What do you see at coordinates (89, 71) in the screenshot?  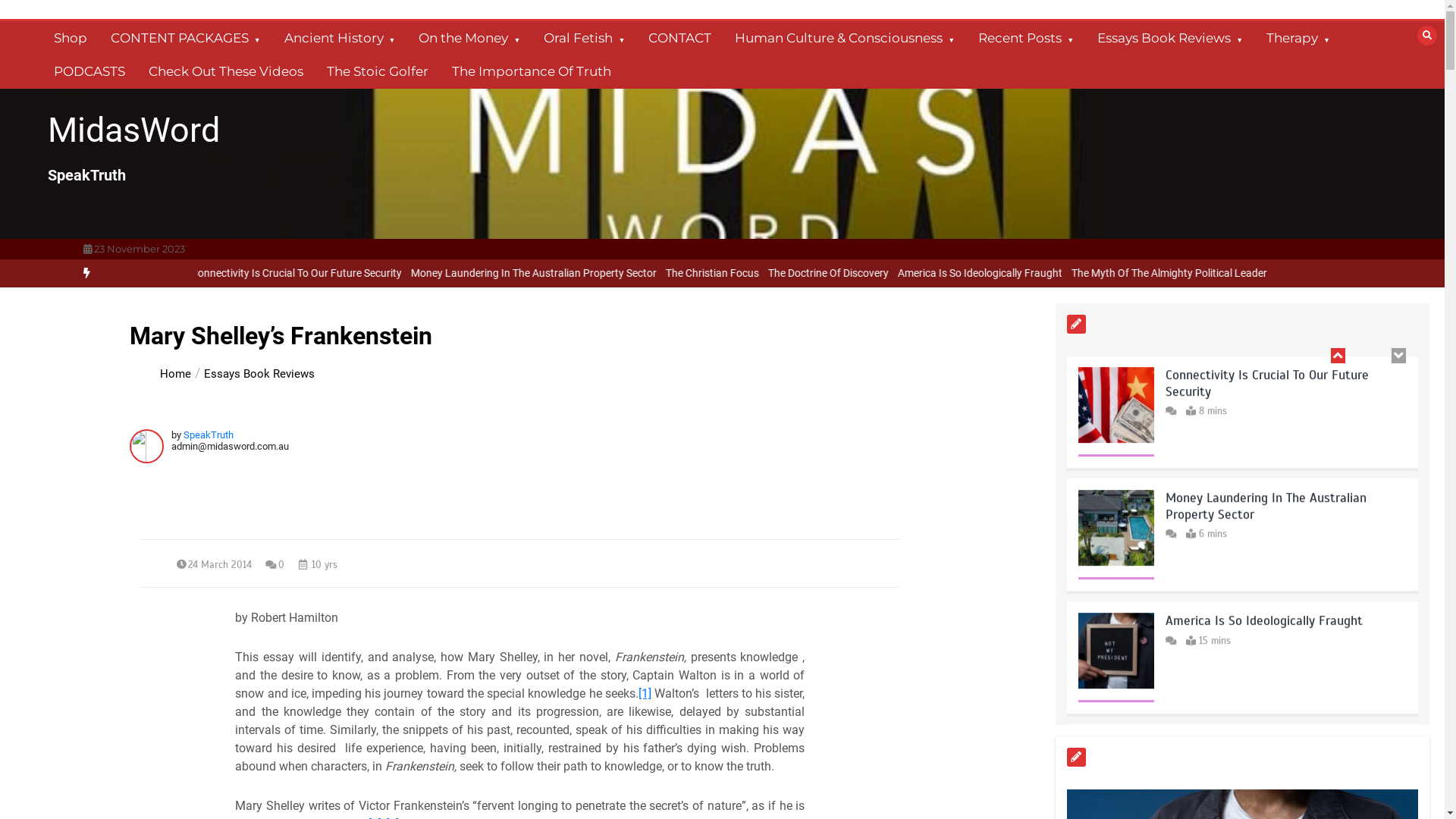 I see `'PODCASTS'` at bounding box center [89, 71].